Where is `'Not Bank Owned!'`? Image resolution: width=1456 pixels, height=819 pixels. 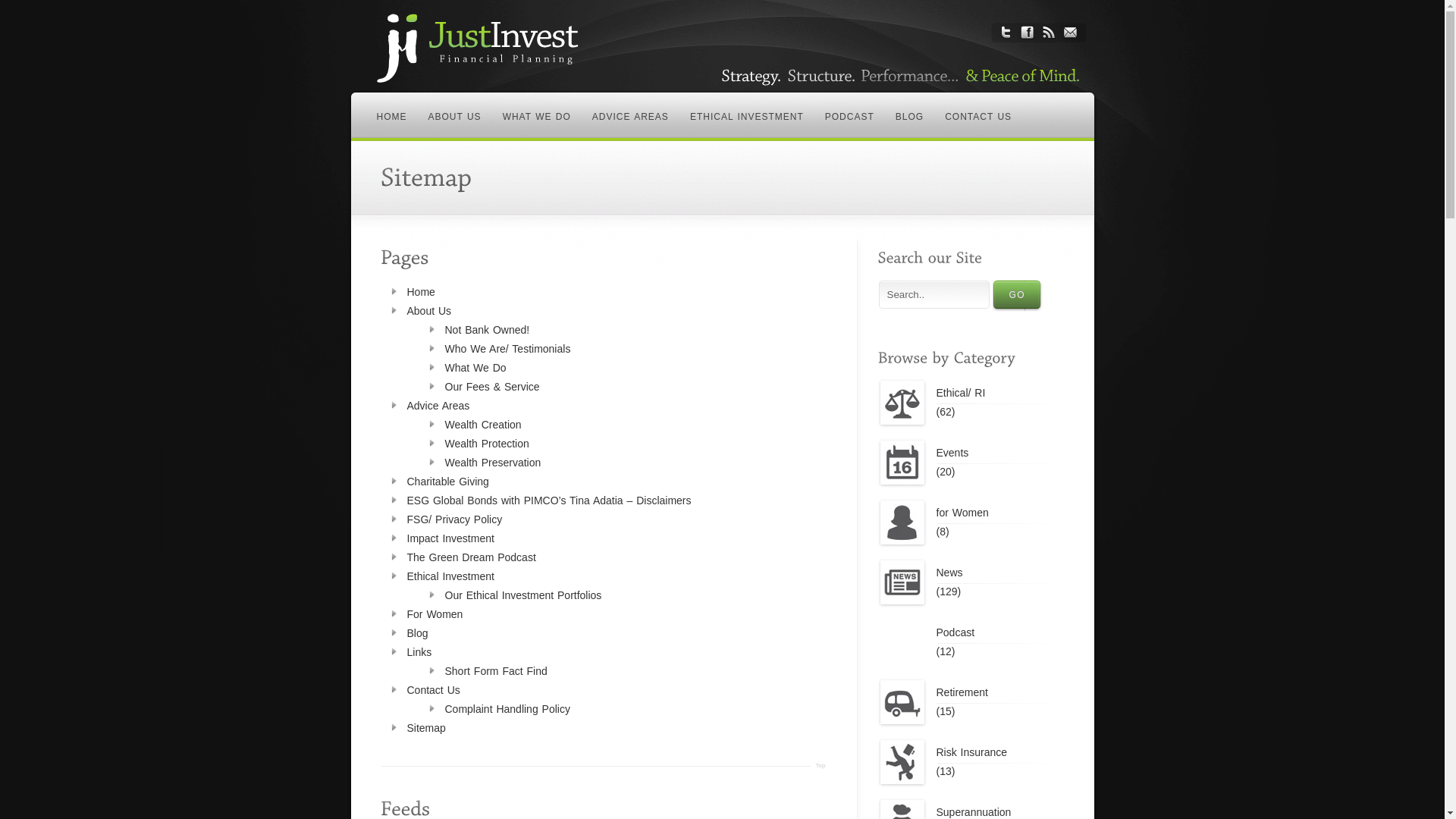 'Not Bank Owned!' is located at coordinates (487, 329).